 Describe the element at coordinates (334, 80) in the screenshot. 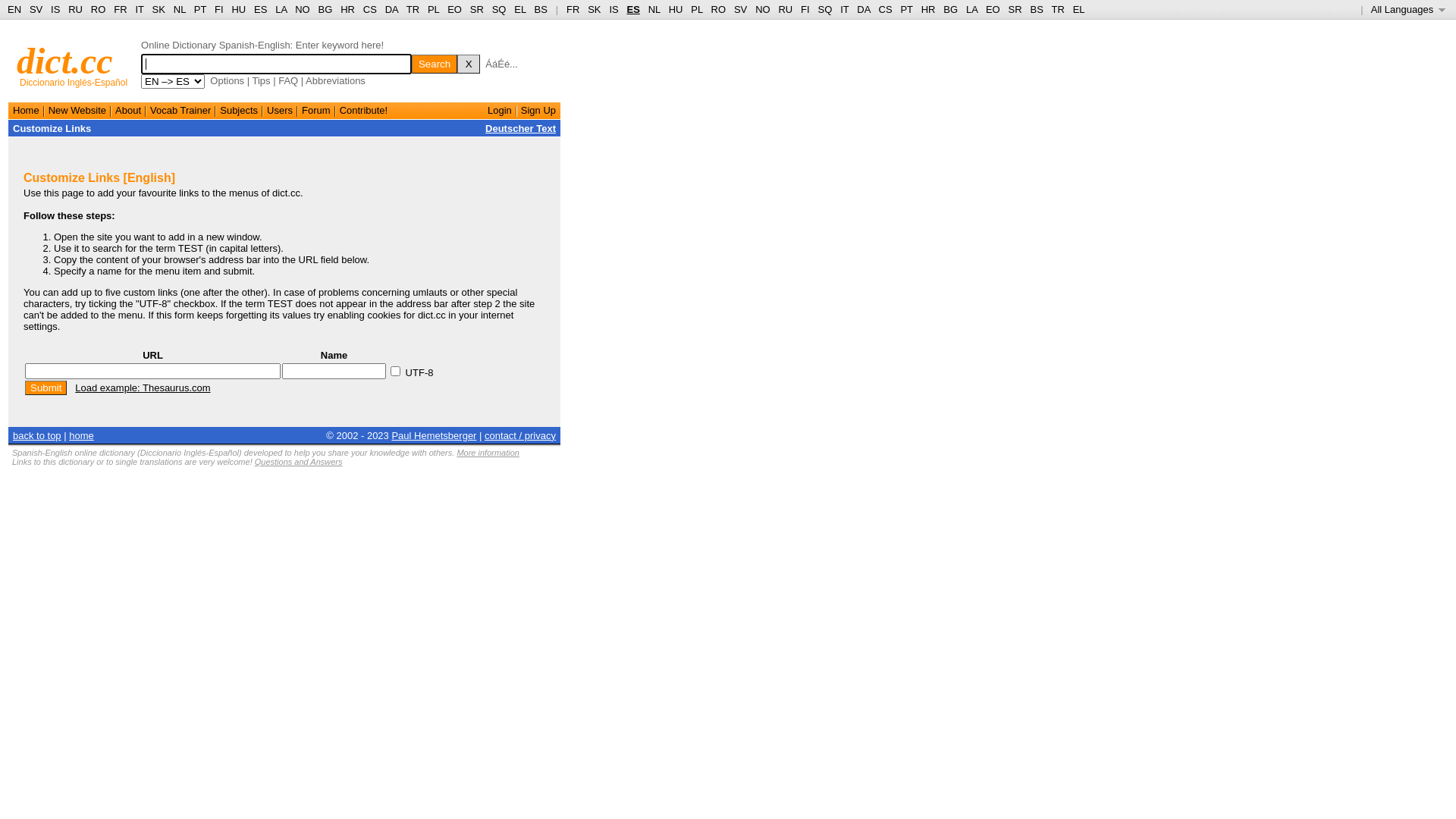

I see `'Abbreviations'` at that location.